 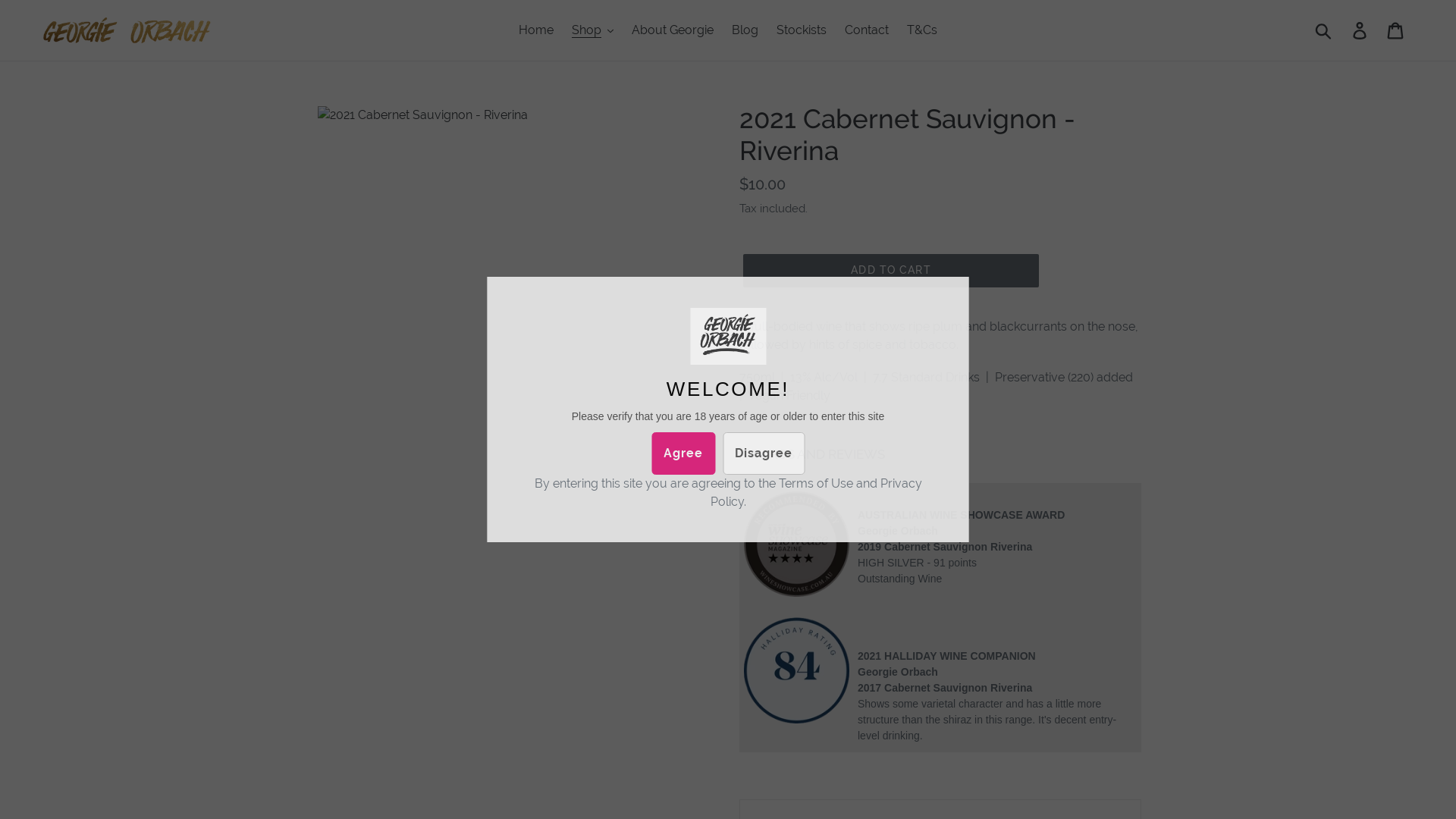 I want to click on 'Submit', so click(x=1323, y=30).